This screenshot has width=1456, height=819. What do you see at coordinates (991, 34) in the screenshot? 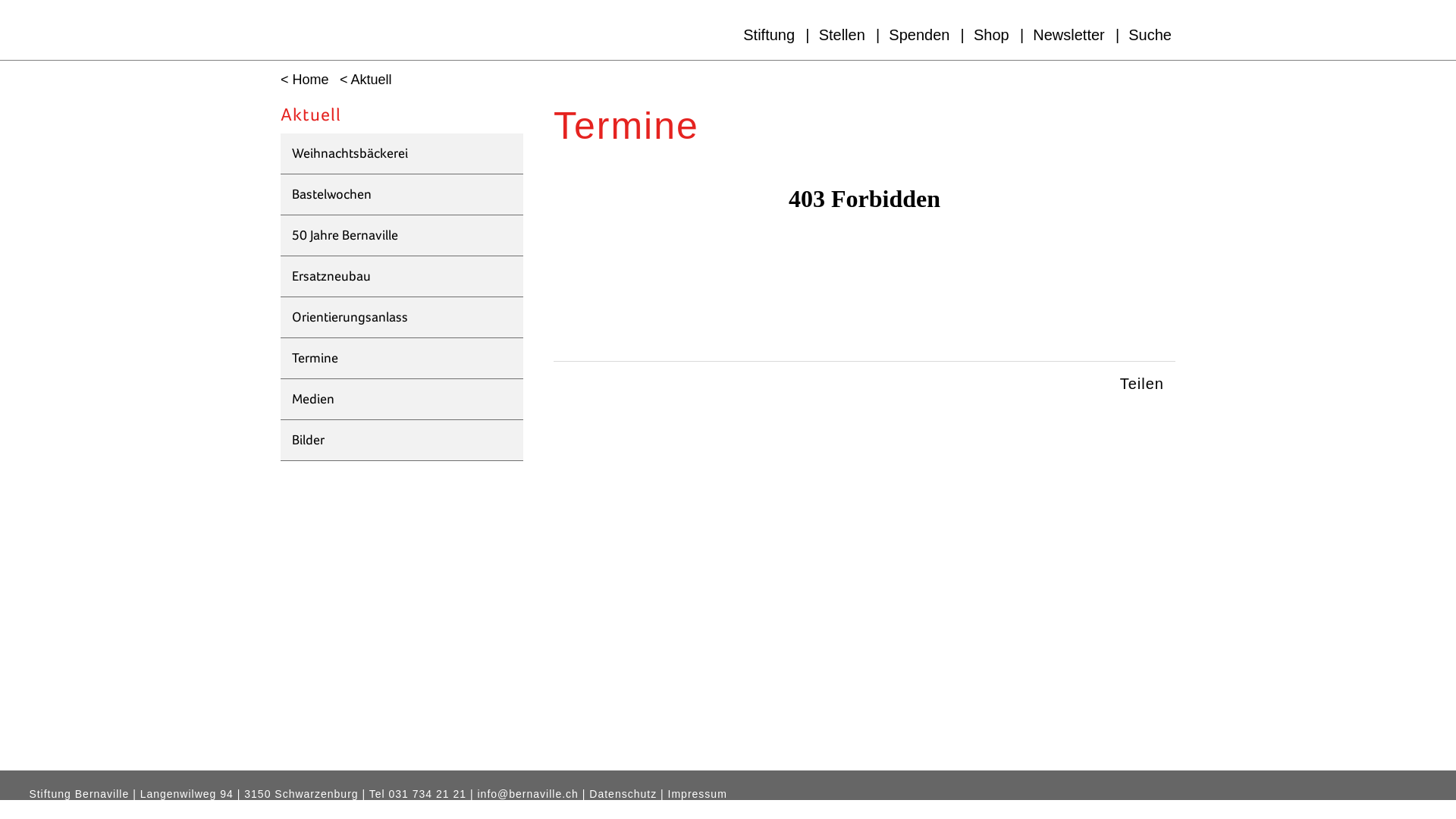
I see `'Shop'` at bounding box center [991, 34].